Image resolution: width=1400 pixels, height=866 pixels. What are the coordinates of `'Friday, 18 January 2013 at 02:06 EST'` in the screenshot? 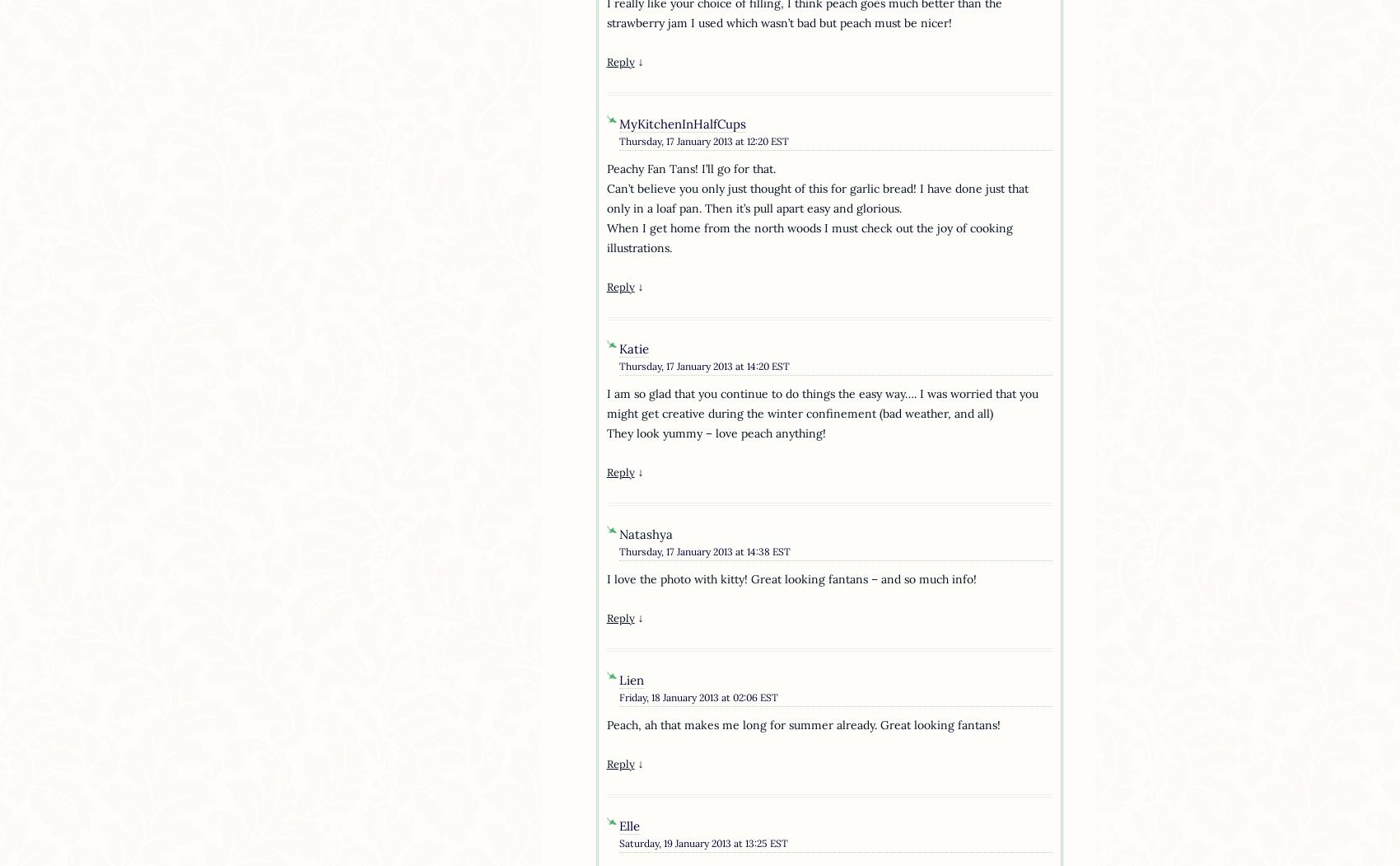 It's located at (697, 696).